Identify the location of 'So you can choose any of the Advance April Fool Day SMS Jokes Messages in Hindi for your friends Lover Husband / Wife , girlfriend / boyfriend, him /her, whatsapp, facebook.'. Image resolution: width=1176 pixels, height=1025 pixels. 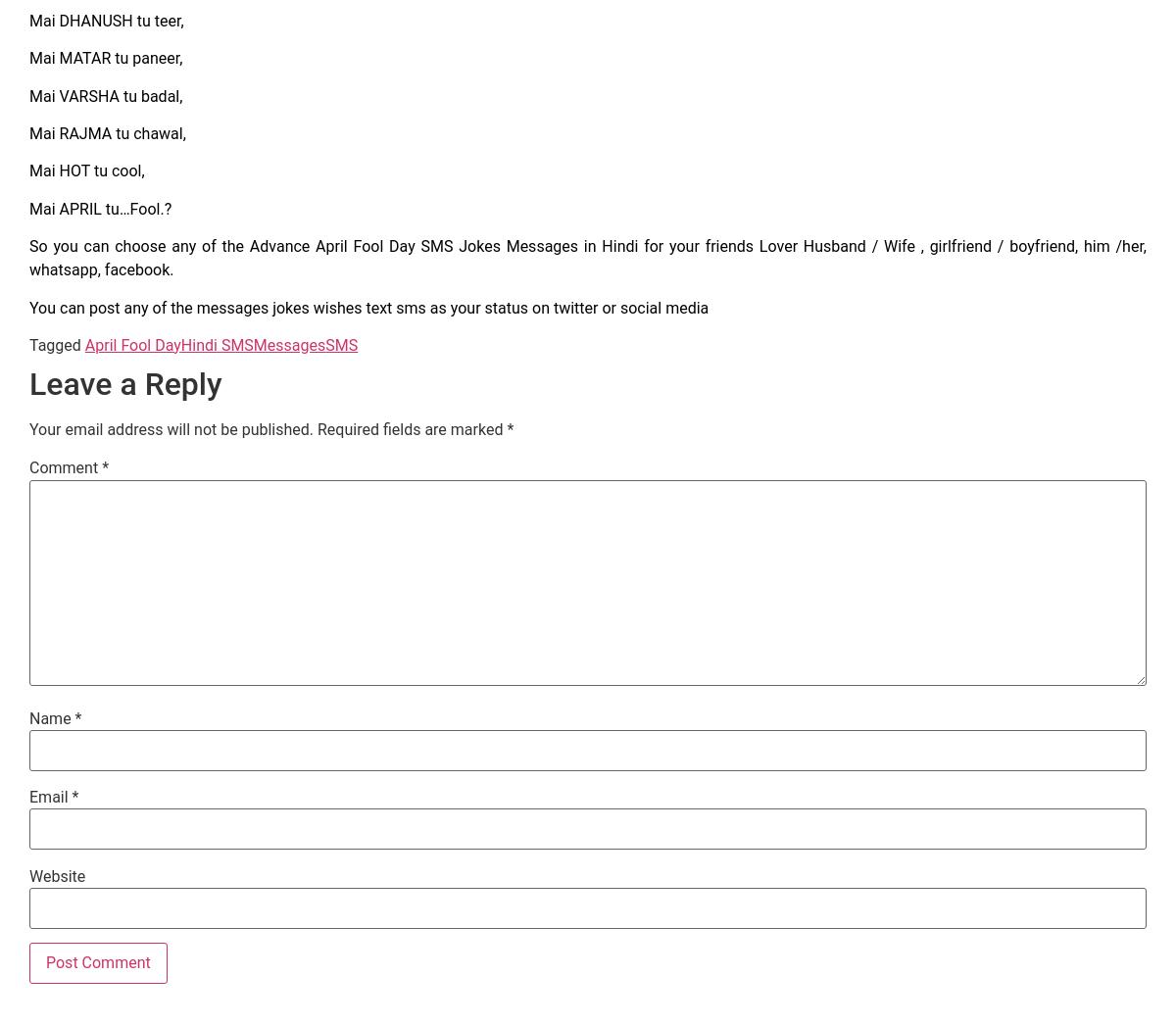
(588, 258).